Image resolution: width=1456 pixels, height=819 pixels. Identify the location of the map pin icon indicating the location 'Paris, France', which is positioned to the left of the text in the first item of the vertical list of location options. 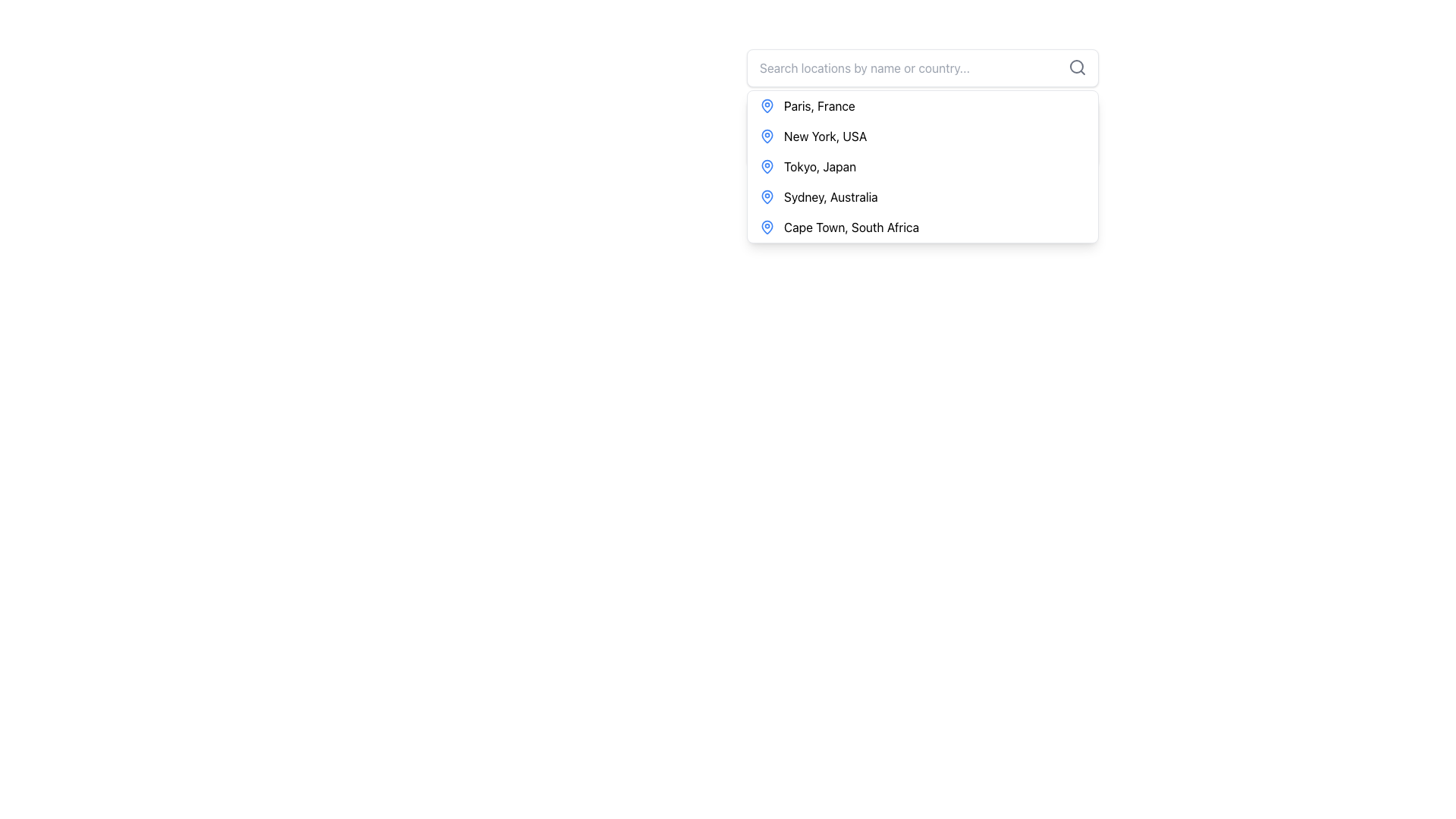
(767, 105).